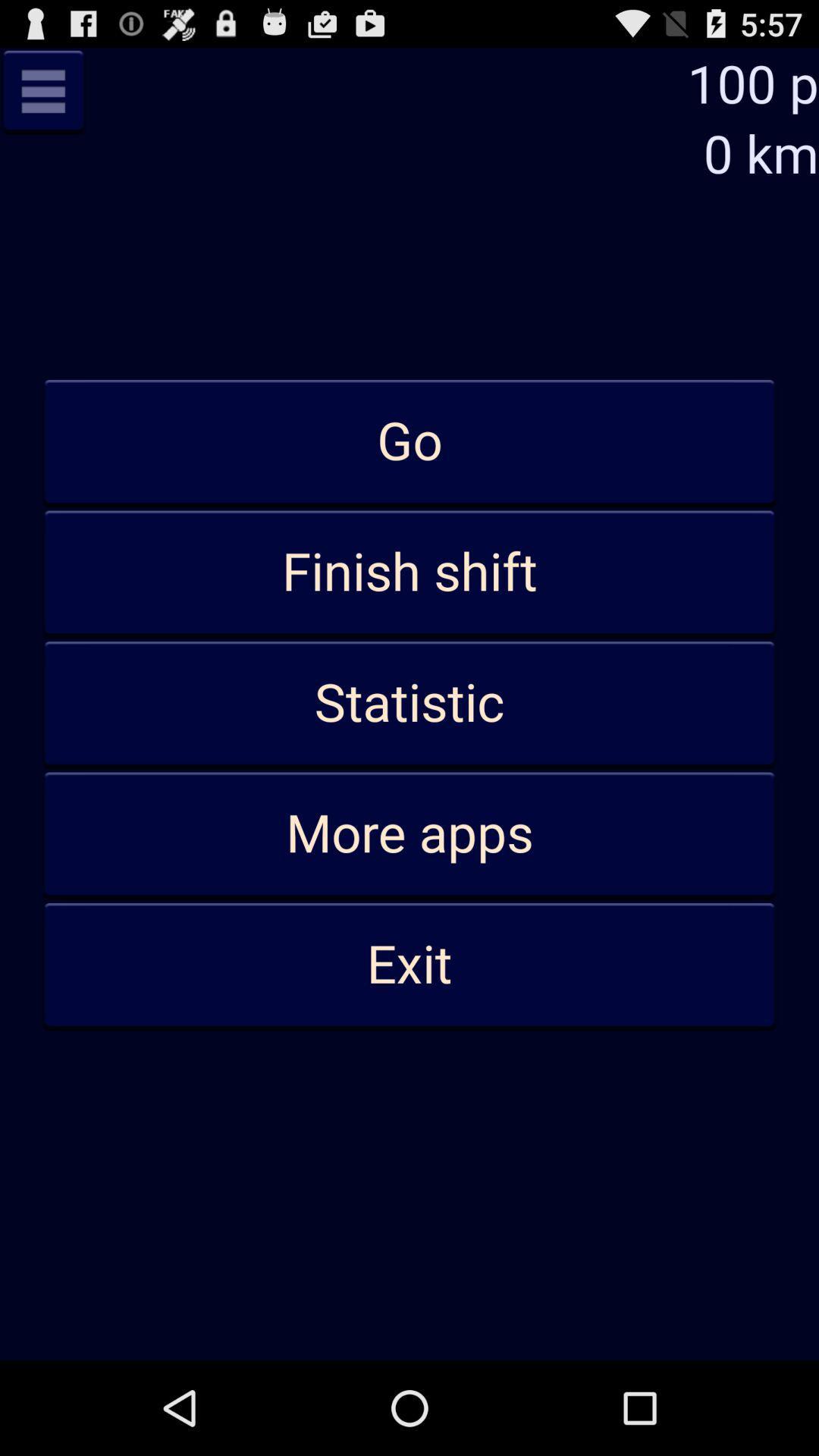  What do you see at coordinates (42, 90) in the screenshot?
I see `the icon at the top left corner` at bounding box center [42, 90].